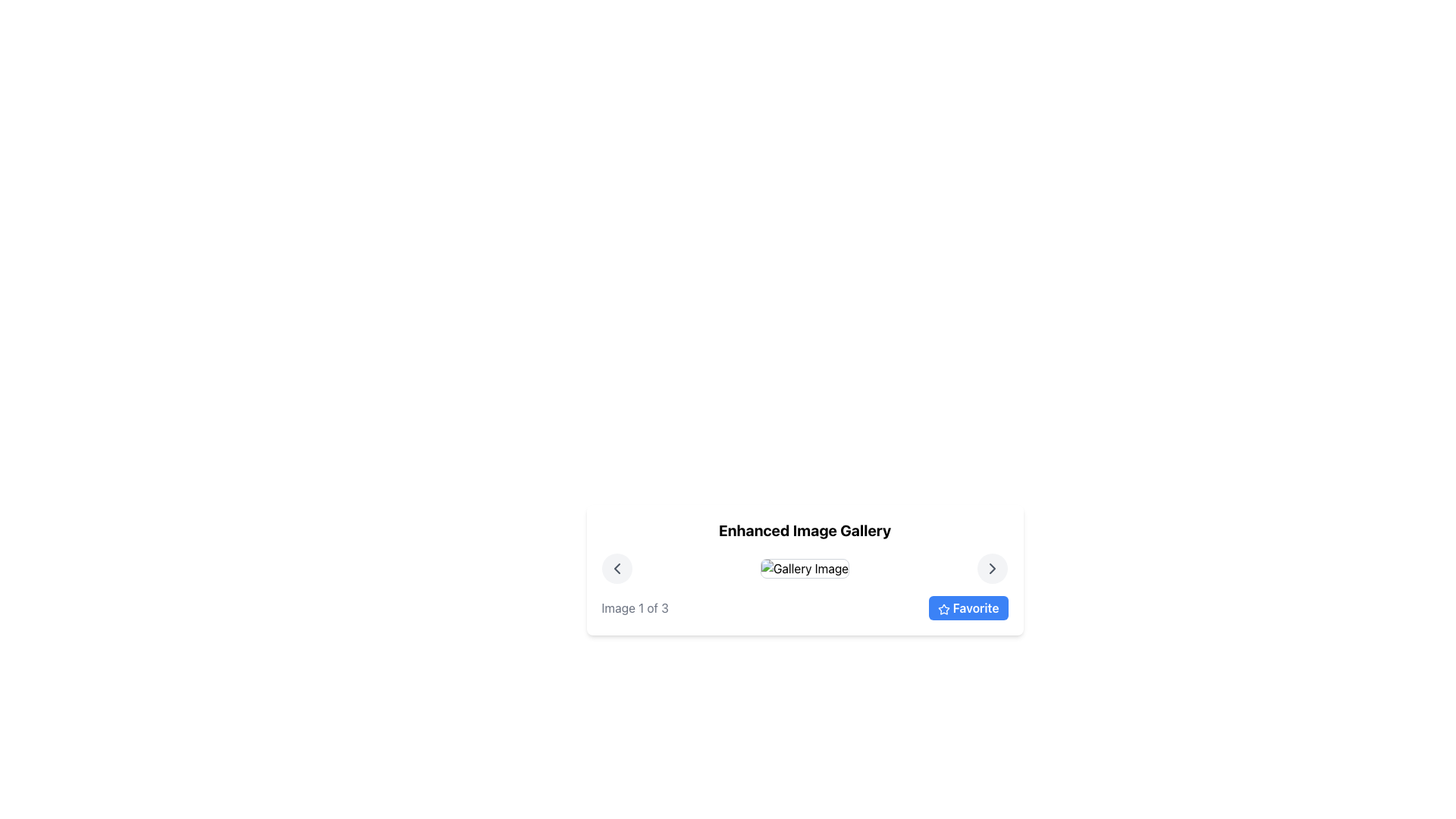 Image resolution: width=1456 pixels, height=819 pixels. I want to click on the circular button with a light gray background and dark gray rightward arrow icon, so click(993, 568).